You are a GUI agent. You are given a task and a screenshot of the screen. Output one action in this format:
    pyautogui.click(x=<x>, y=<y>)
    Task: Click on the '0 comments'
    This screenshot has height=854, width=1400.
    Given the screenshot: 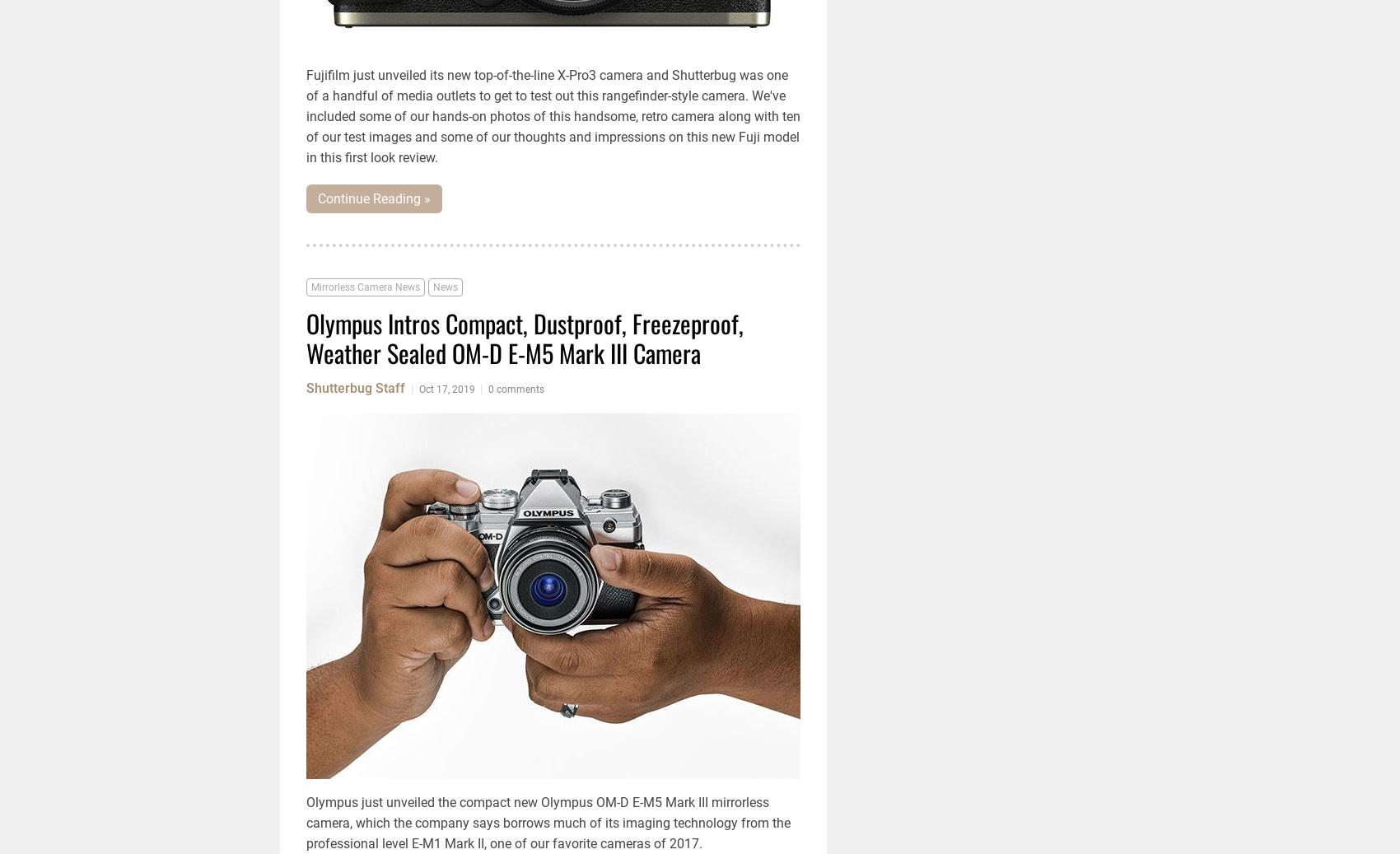 What is the action you would take?
    pyautogui.click(x=515, y=388)
    